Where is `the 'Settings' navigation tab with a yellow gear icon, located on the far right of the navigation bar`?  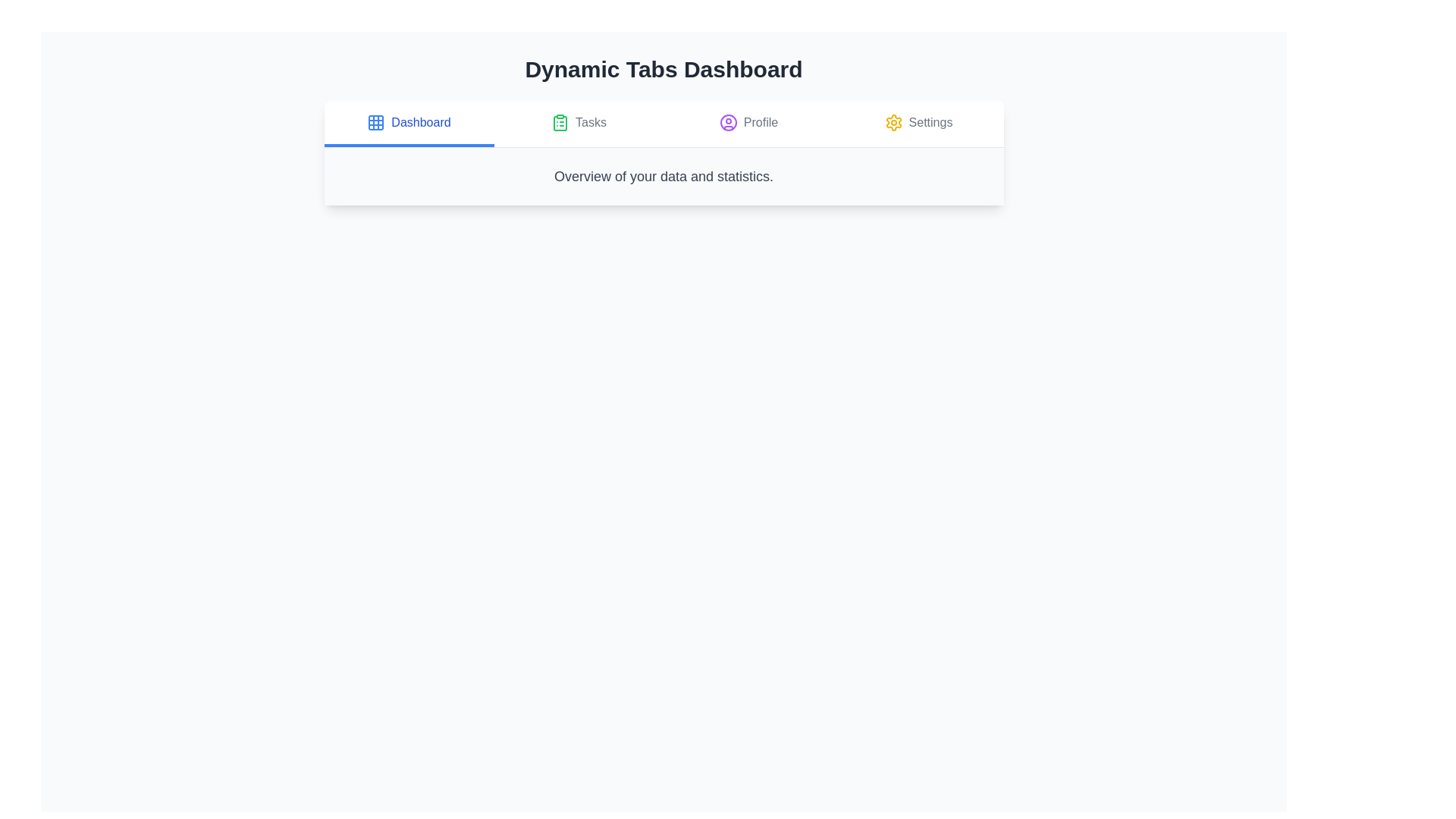
the 'Settings' navigation tab with a yellow gear icon, located on the far right of the navigation bar is located at coordinates (918, 124).